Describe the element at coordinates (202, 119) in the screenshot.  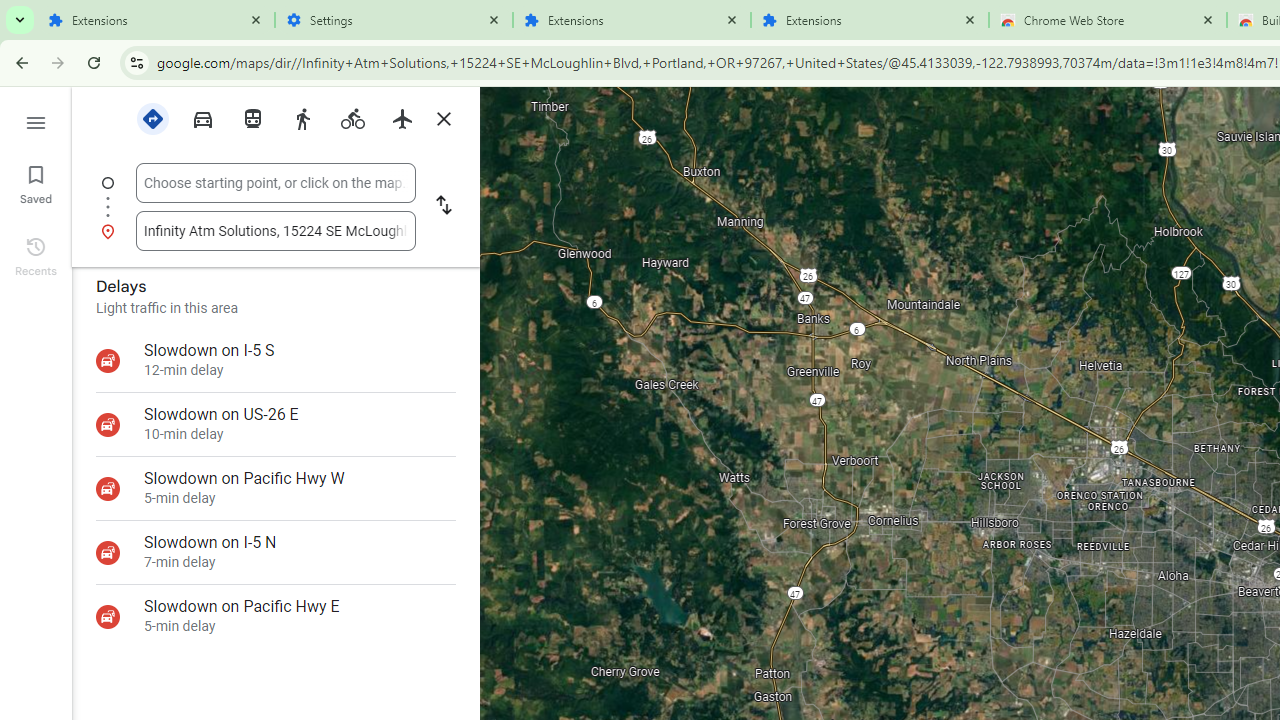
I see `'Driving'` at that location.